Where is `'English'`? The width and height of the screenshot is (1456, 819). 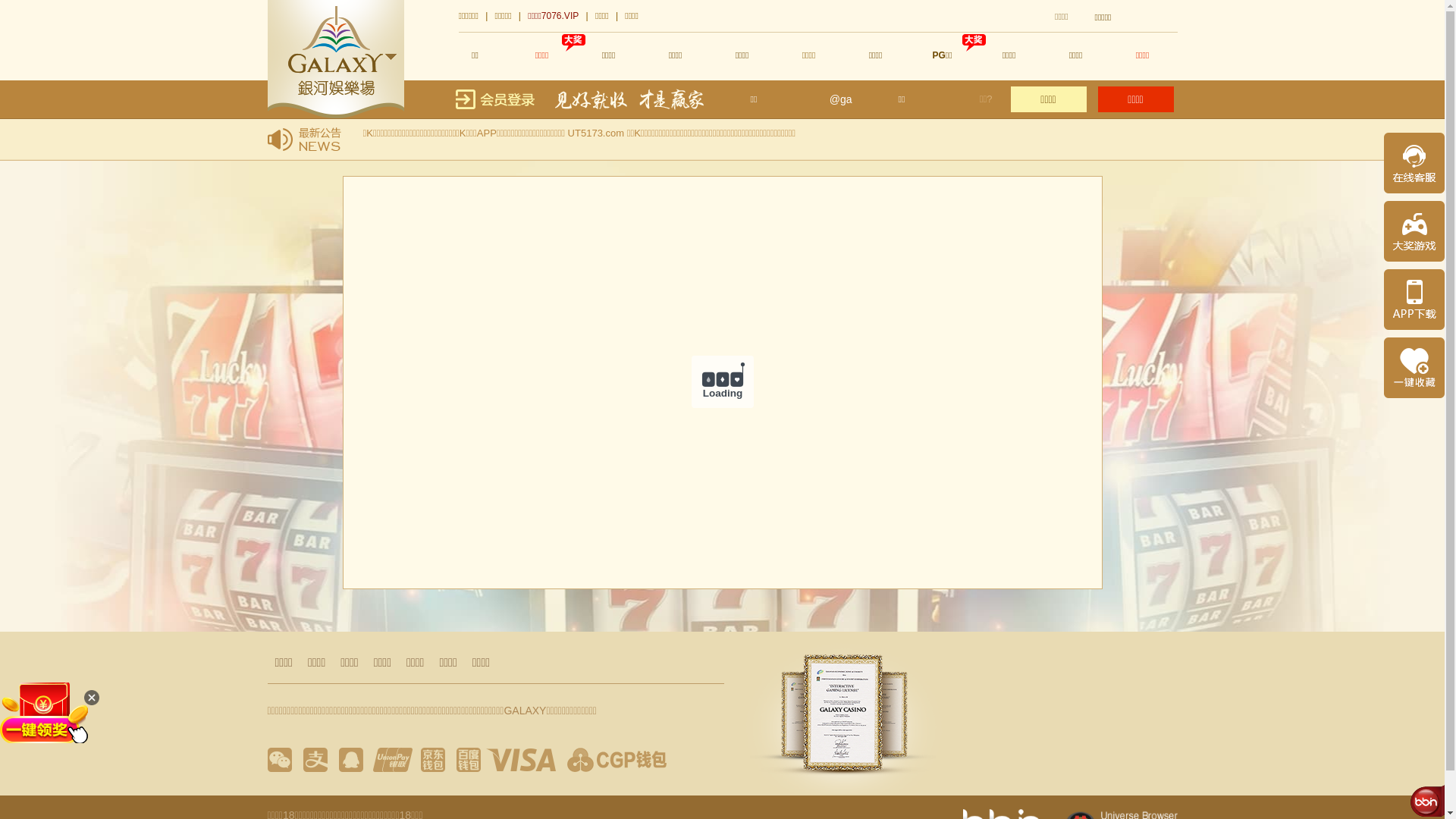
'English' is located at coordinates (1156, 17).